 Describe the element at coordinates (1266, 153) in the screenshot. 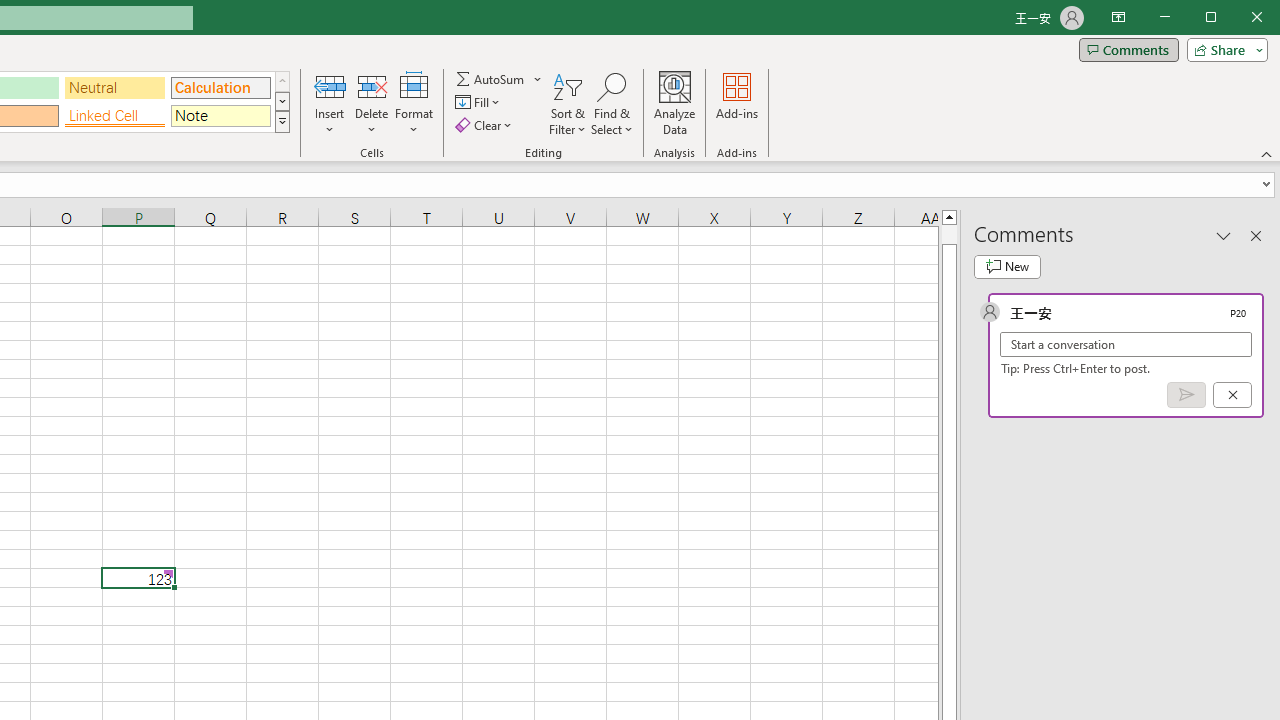

I see `'Collapse the Ribbon'` at that location.